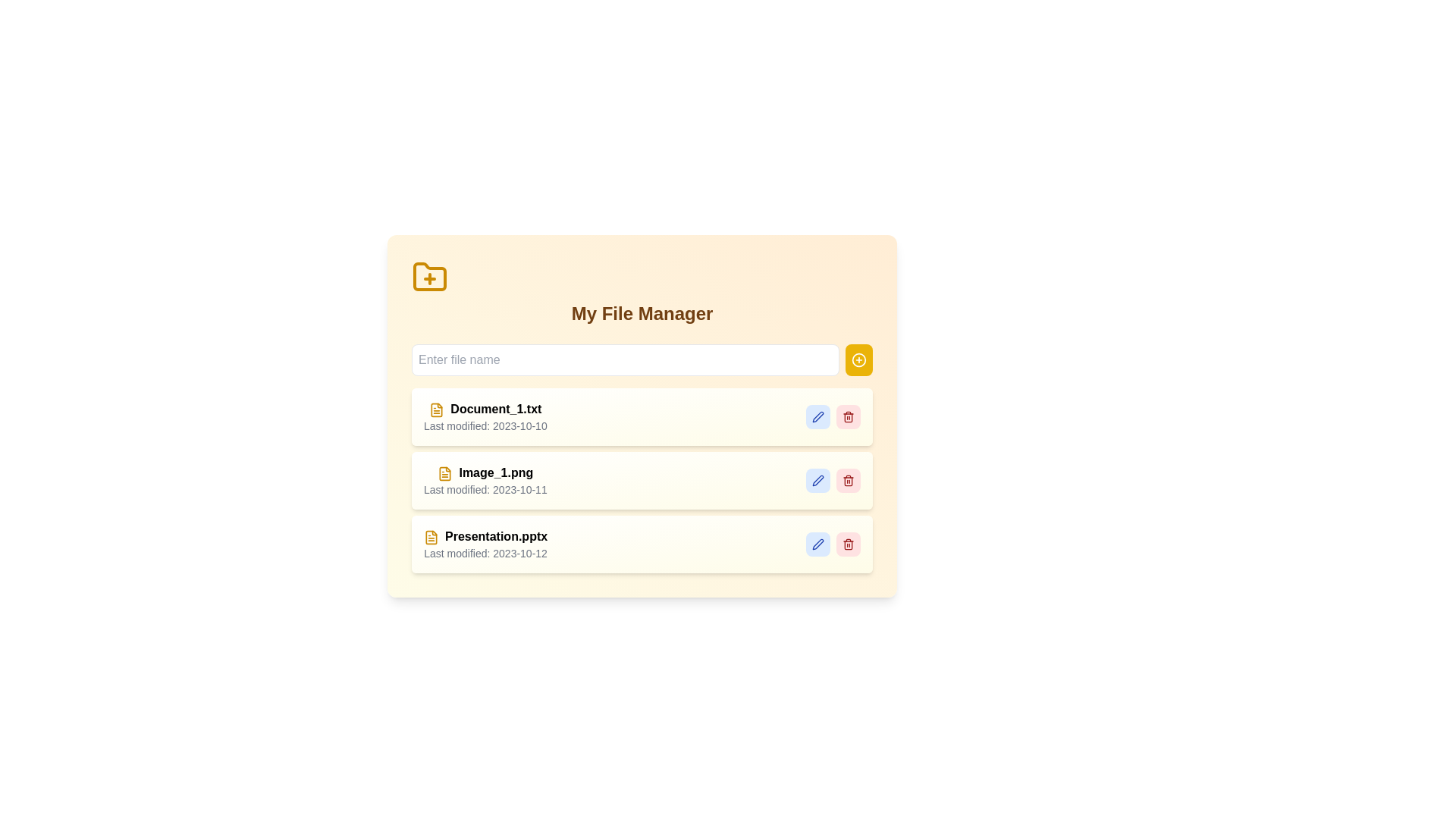 Image resolution: width=1456 pixels, height=819 pixels. I want to click on the circular yellow icon with a plus sign in the center, located in the top-right corner next to the file search bar, so click(858, 359).